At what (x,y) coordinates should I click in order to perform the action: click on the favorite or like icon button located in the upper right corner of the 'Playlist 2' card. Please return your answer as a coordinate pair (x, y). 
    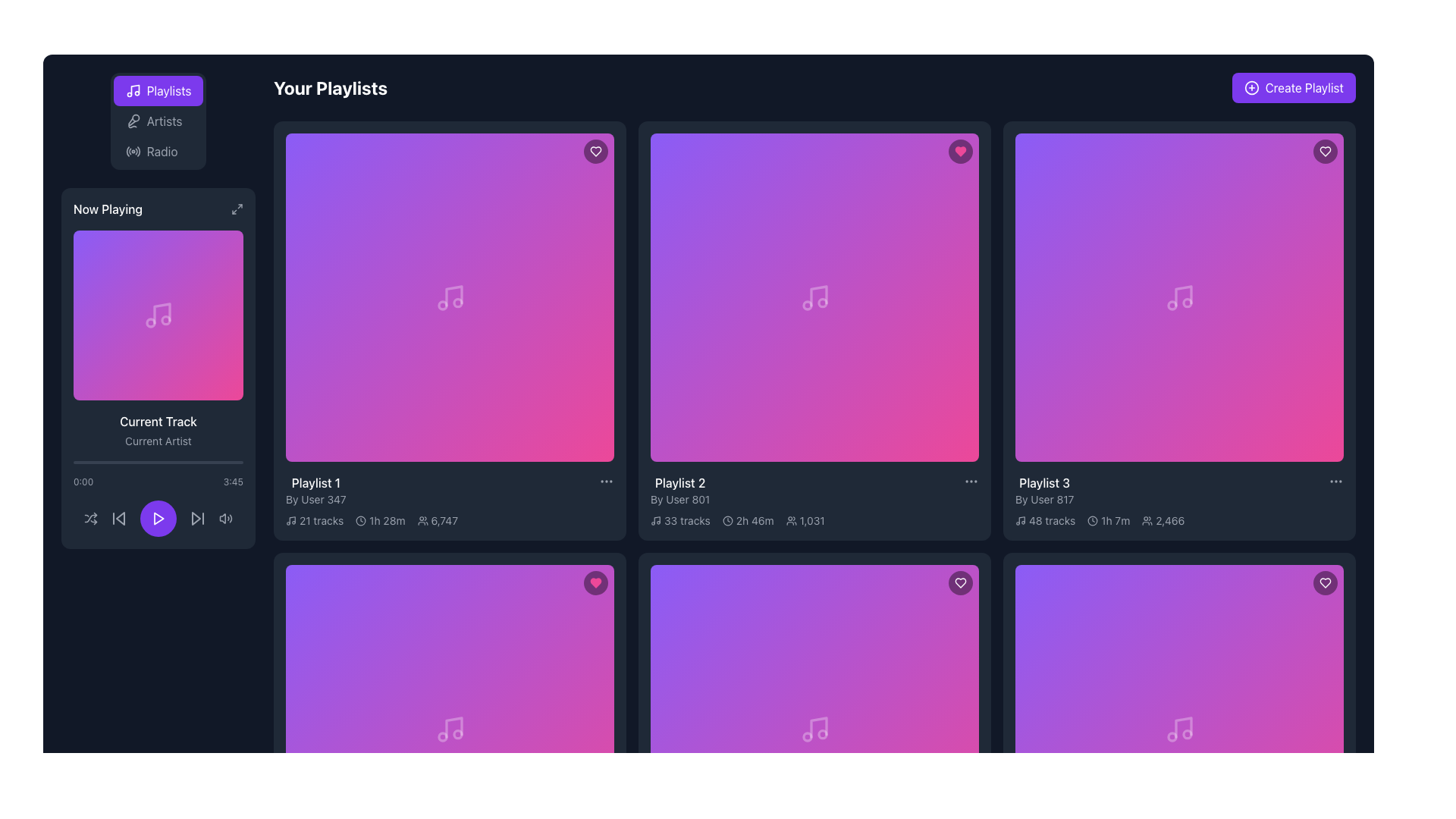
    Looking at the image, I should click on (595, 582).